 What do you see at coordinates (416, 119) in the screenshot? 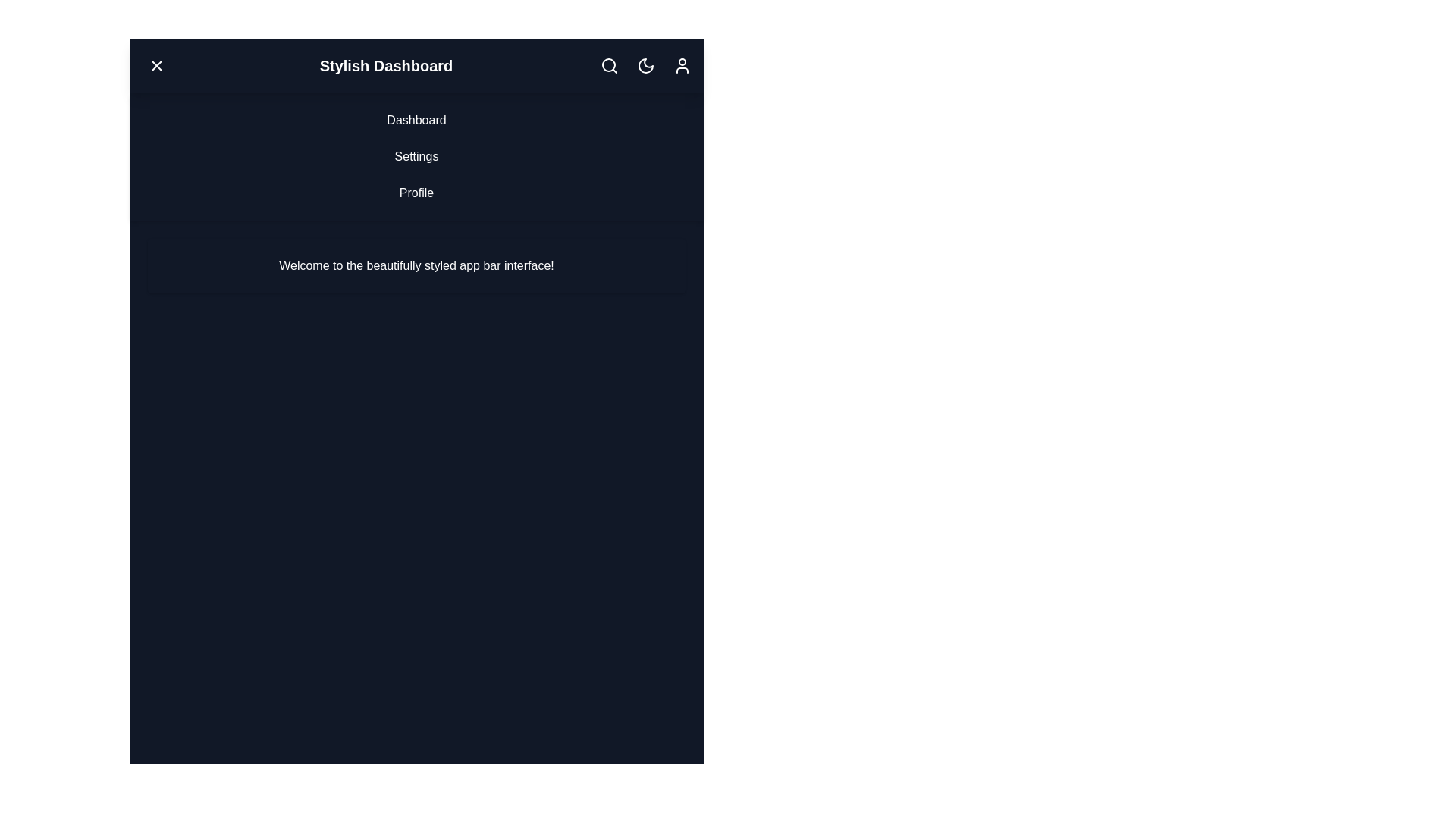
I see `the menu item Dashboard to navigate to the corresponding section` at bounding box center [416, 119].